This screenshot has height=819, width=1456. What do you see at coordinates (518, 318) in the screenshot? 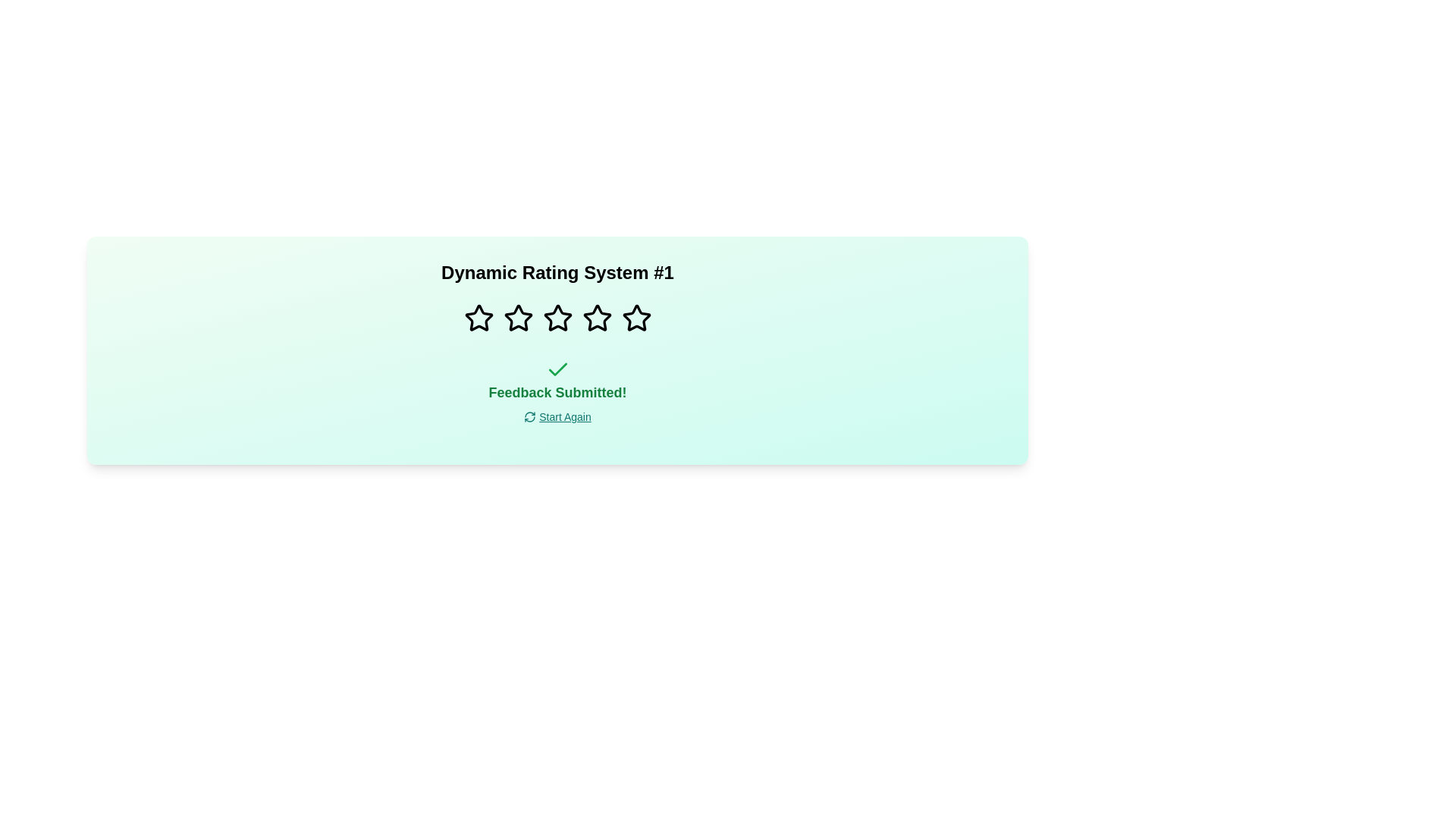
I see `the second star from the rating star button group` at bounding box center [518, 318].